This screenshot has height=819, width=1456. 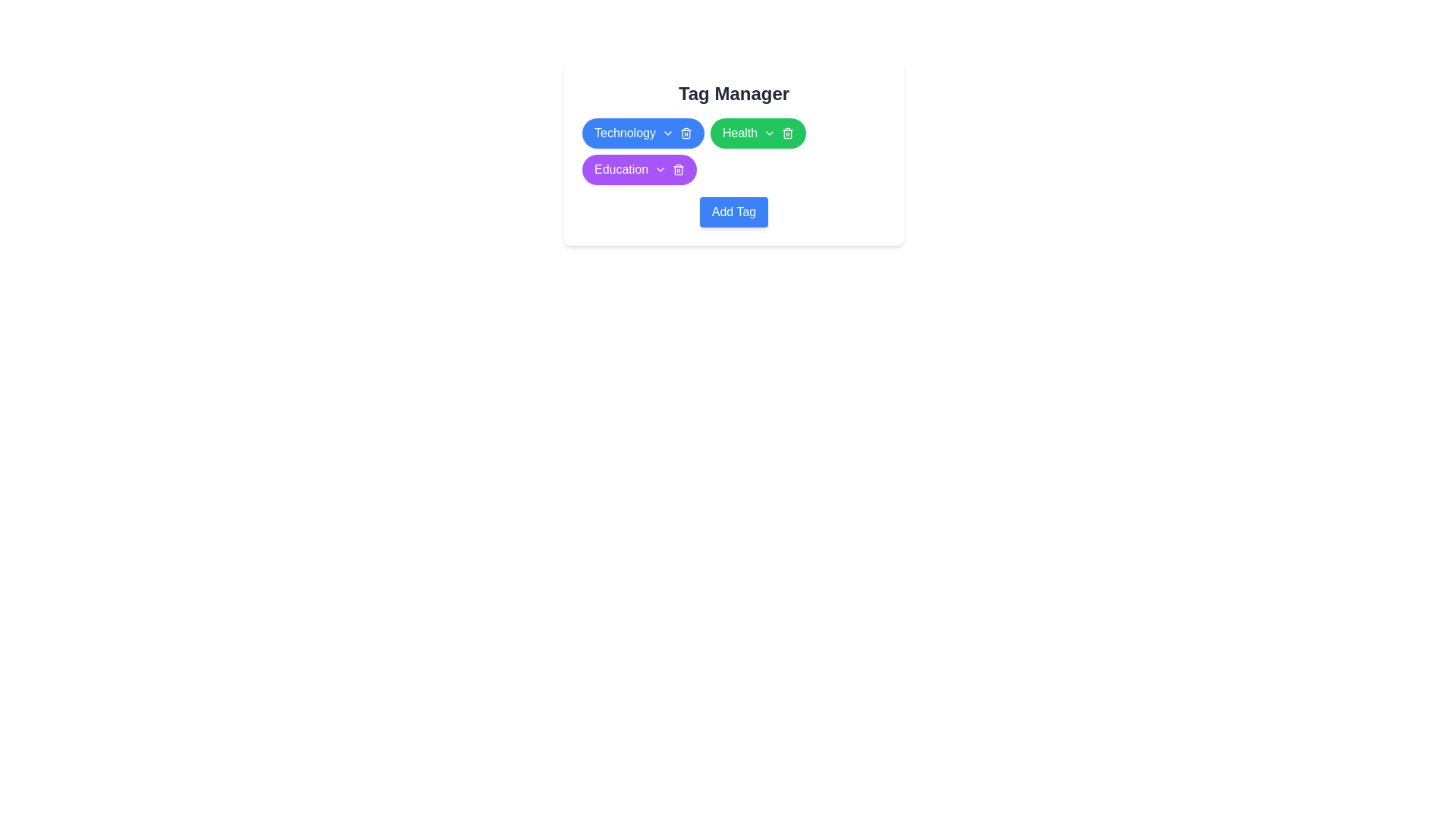 What do you see at coordinates (678, 169) in the screenshot?
I see `the tag with the text Education by clicking the trash icon next to it` at bounding box center [678, 169].